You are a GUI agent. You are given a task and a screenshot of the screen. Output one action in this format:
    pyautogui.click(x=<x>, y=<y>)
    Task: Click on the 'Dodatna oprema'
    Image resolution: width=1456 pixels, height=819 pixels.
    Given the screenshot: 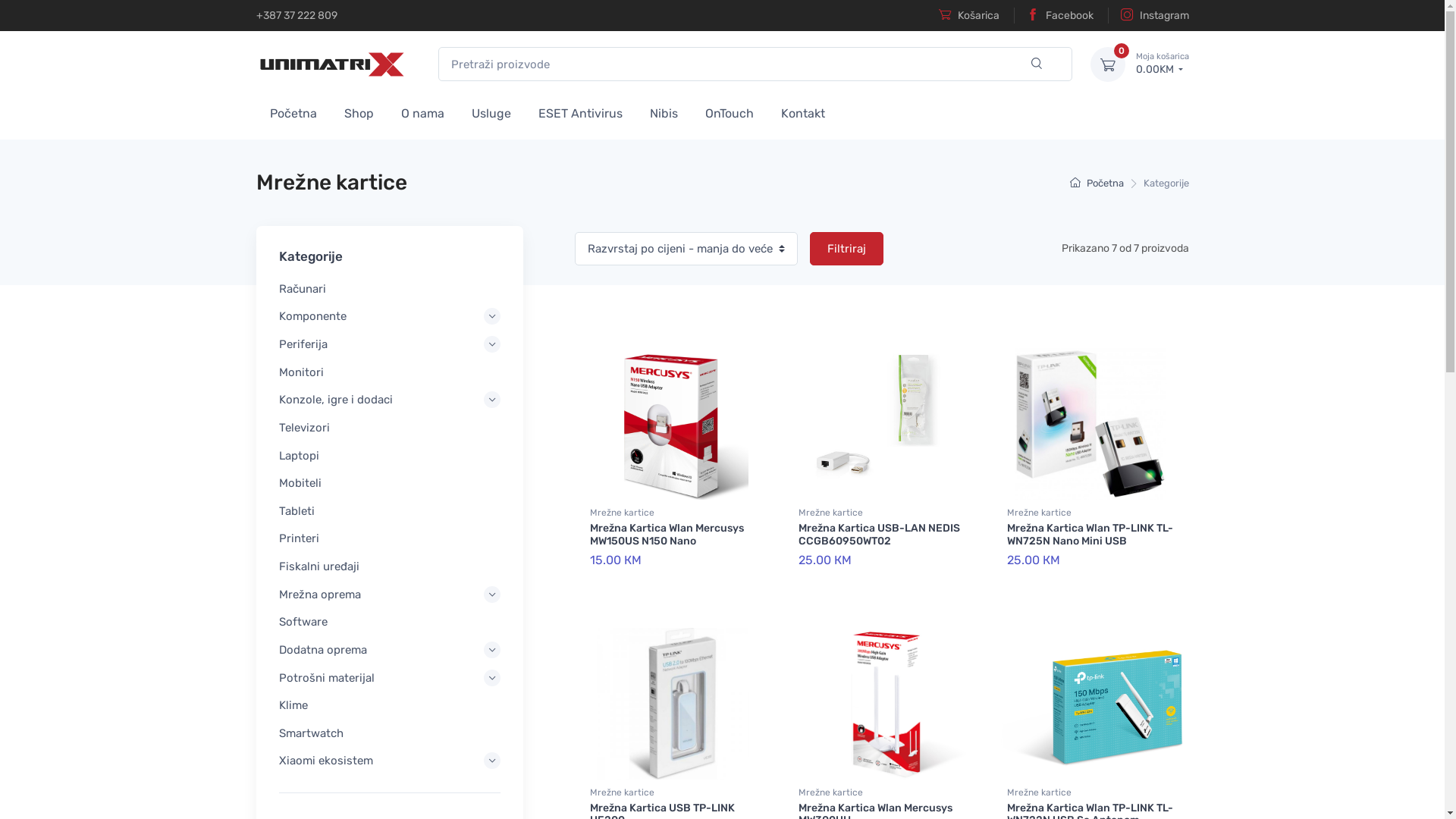 What is the action you would take?
    pyautogui.click(x=389, y=648)
    